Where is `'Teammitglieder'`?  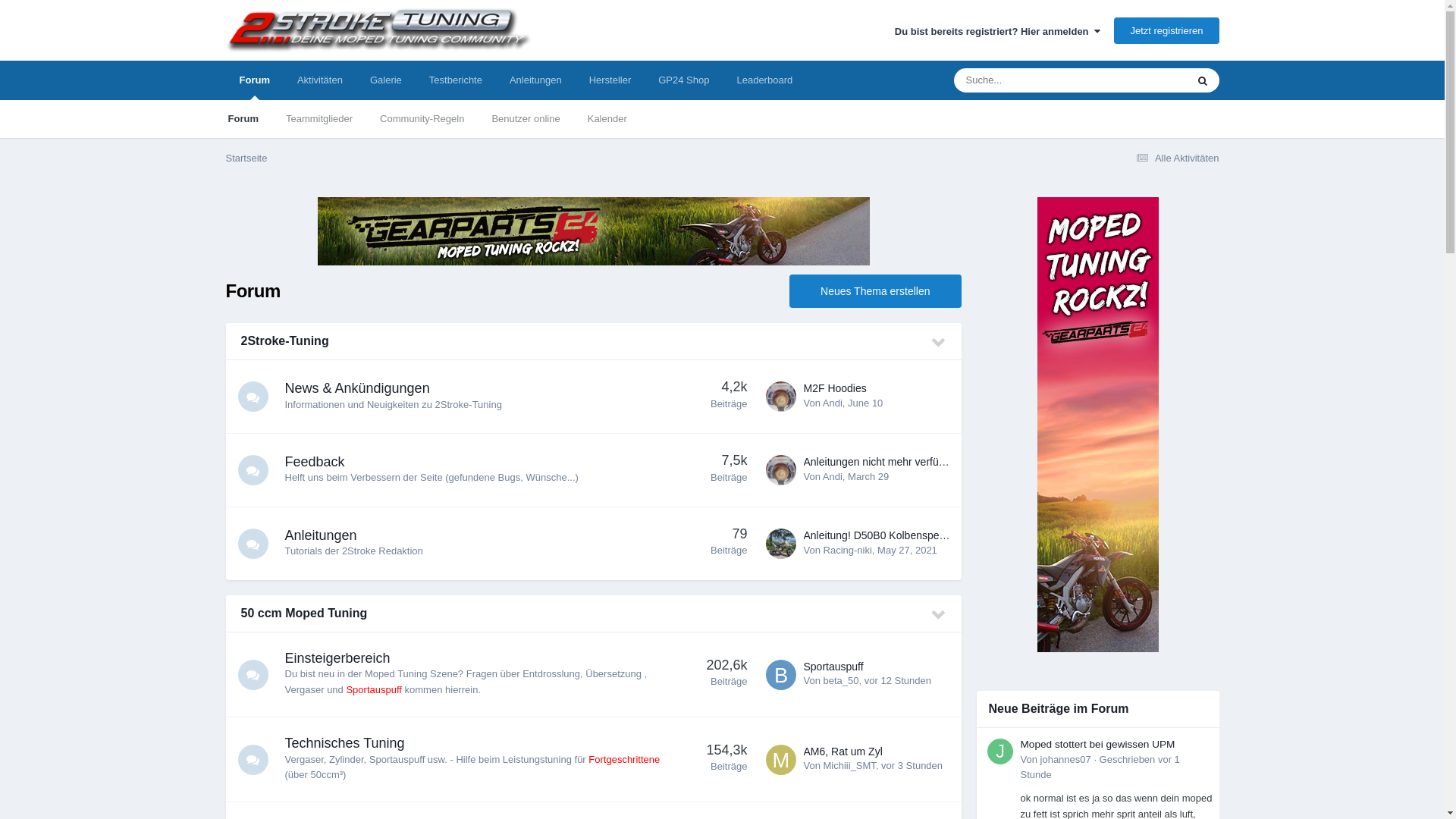 'Teammitglieder' is located at coordinates (318, 118).